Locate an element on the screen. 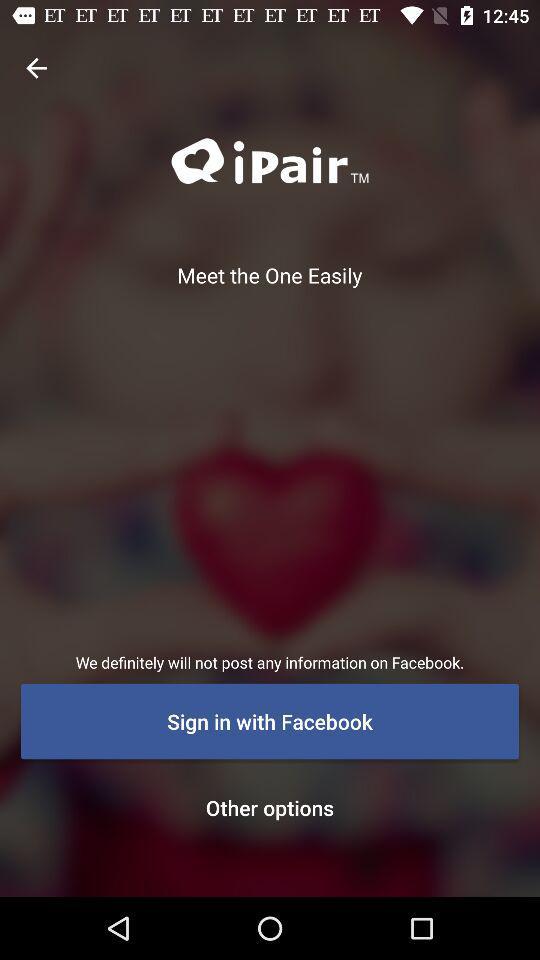 The height and width of the screenshot is (960, 540). the item above we definitely will item is located at coordinates (36, 68).